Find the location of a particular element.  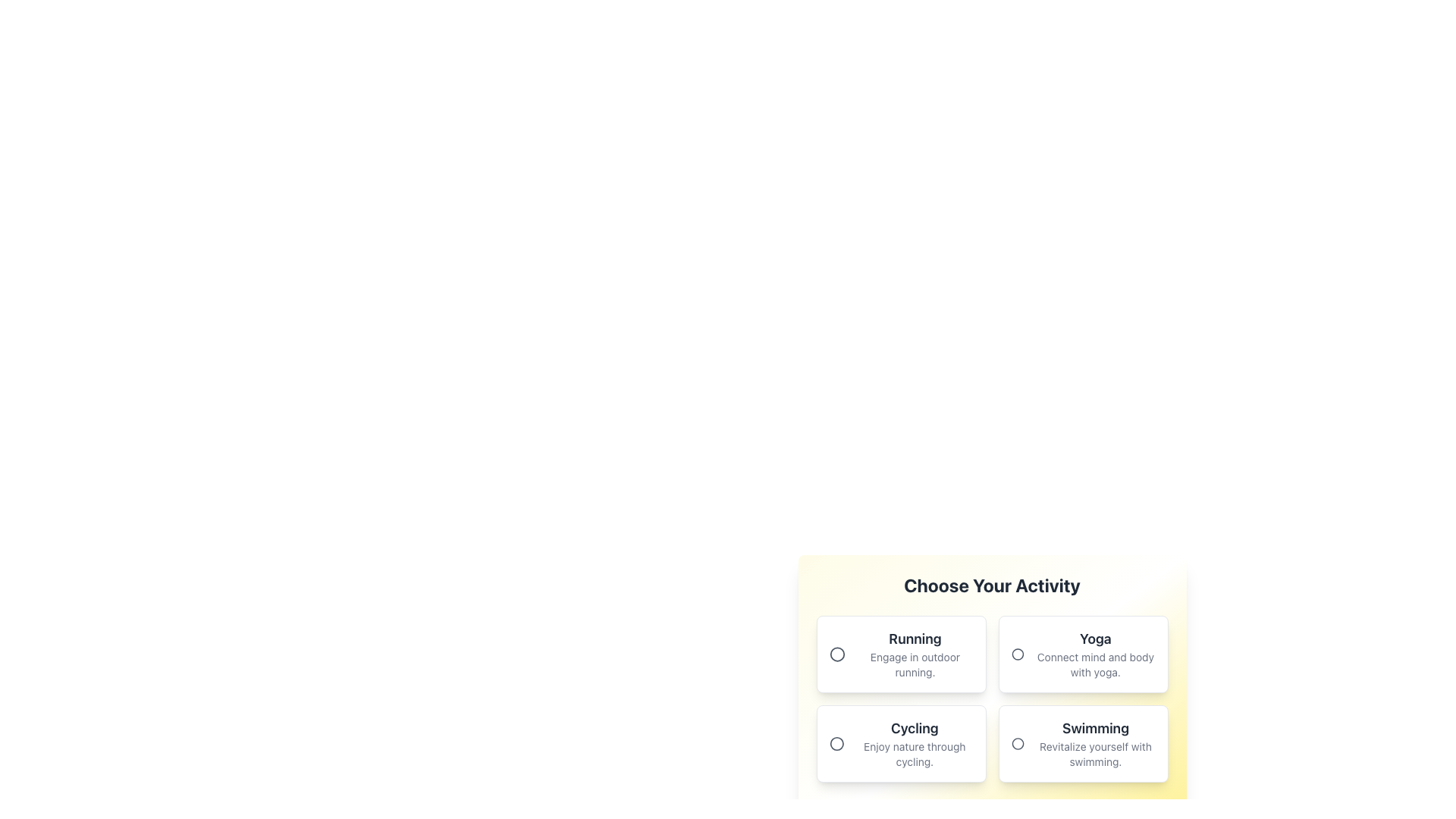

the selectable text label for the activity 'Swimming' located in the bottom-right card of a 2x2 grid under the 'Choose Your Activity' section is located at coordinates (1095, 742).